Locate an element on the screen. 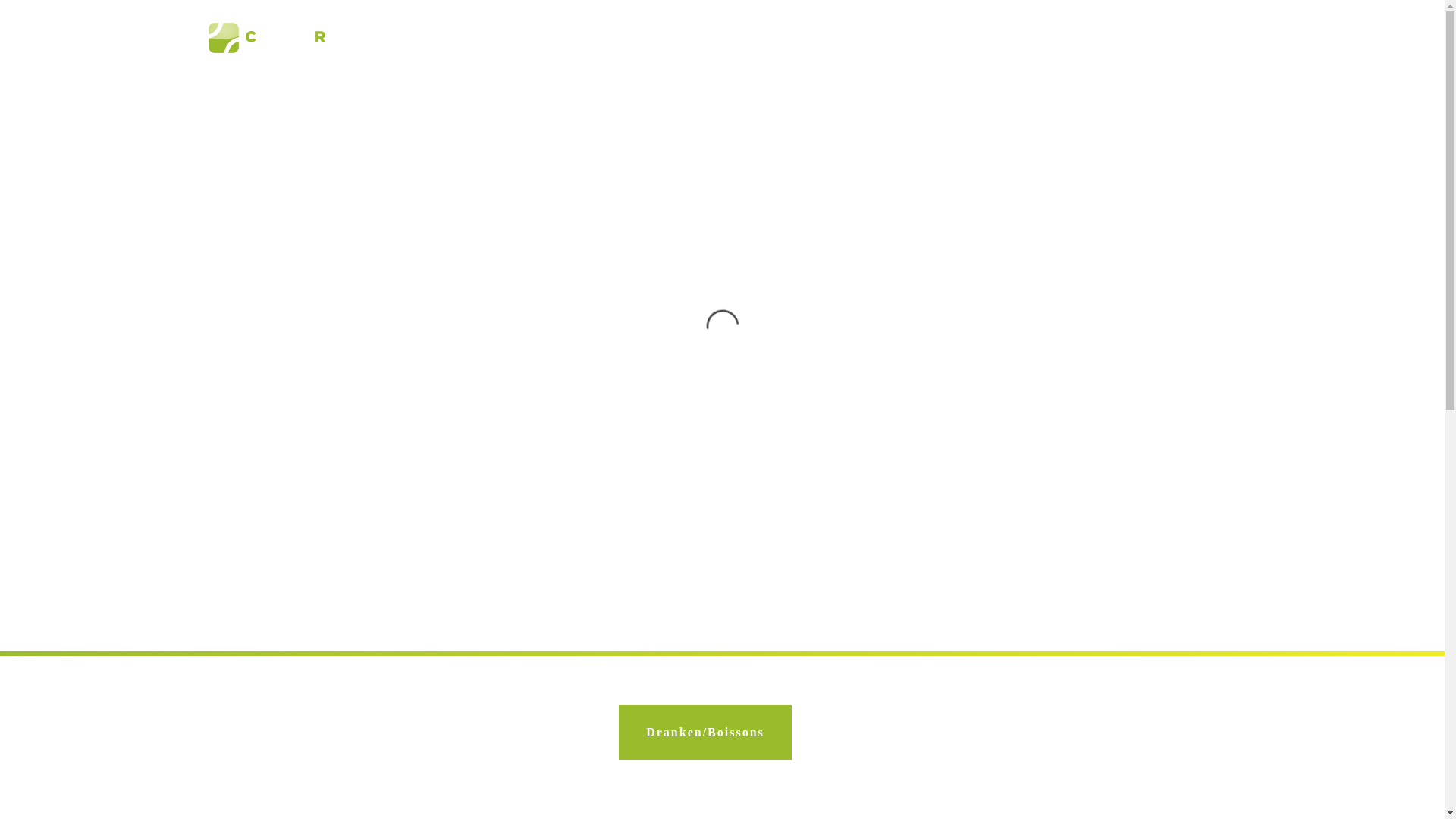  'Dranken/Boissons' is located at coordinates (704, 731).